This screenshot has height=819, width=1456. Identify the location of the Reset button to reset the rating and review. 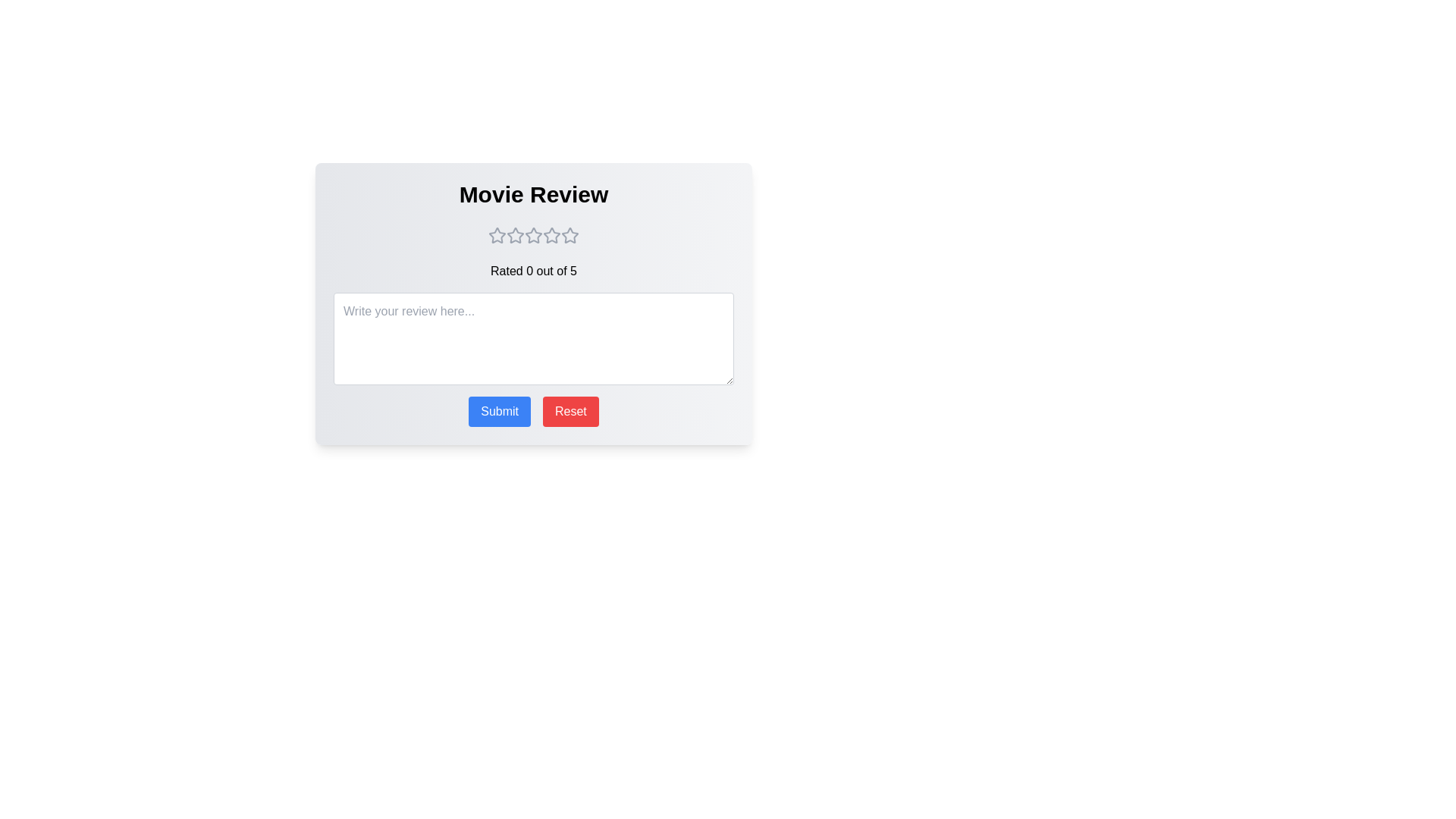
(570, 412).